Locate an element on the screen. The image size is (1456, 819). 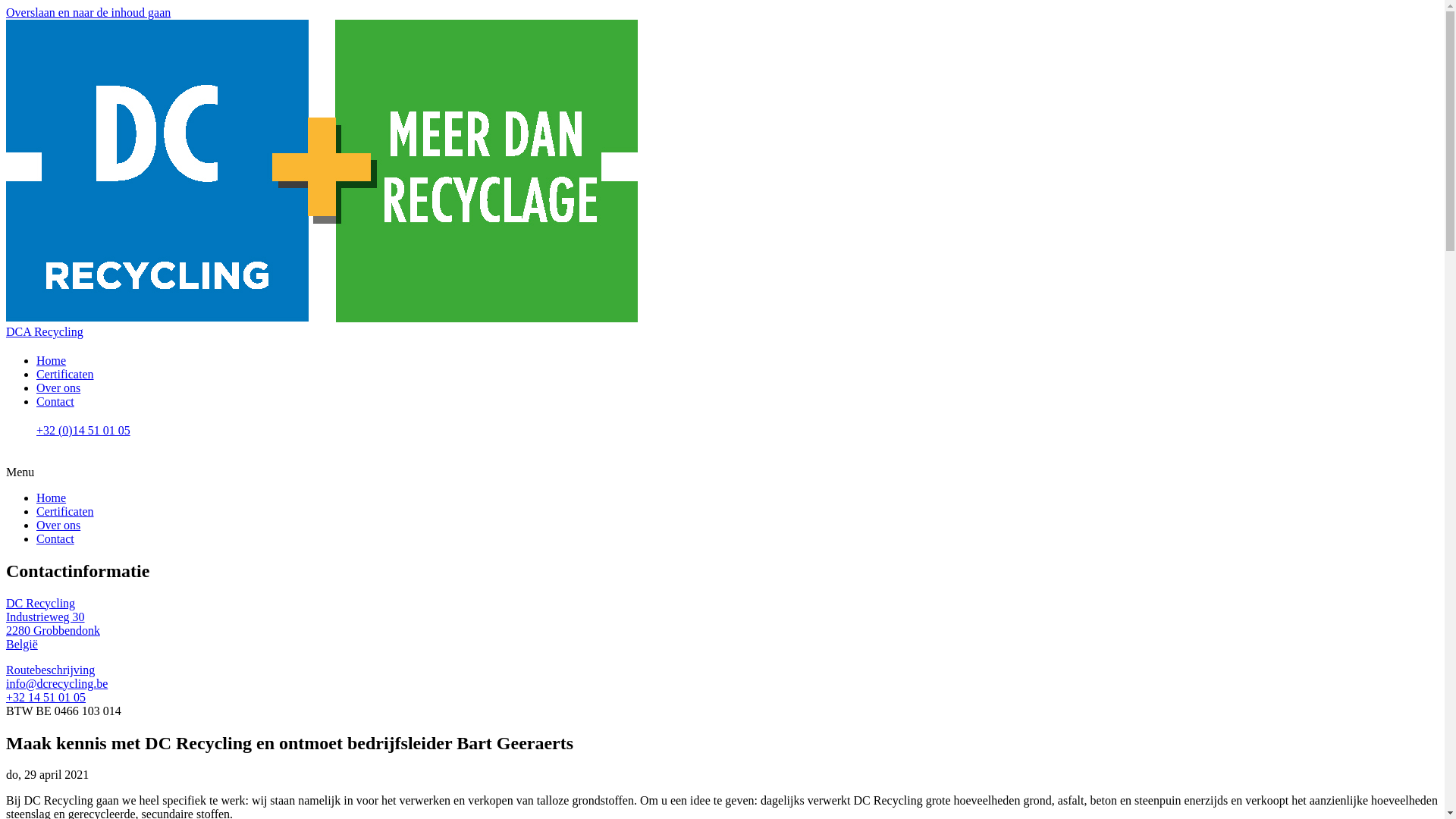
'Over ons' is located at coordinates (58, 387).